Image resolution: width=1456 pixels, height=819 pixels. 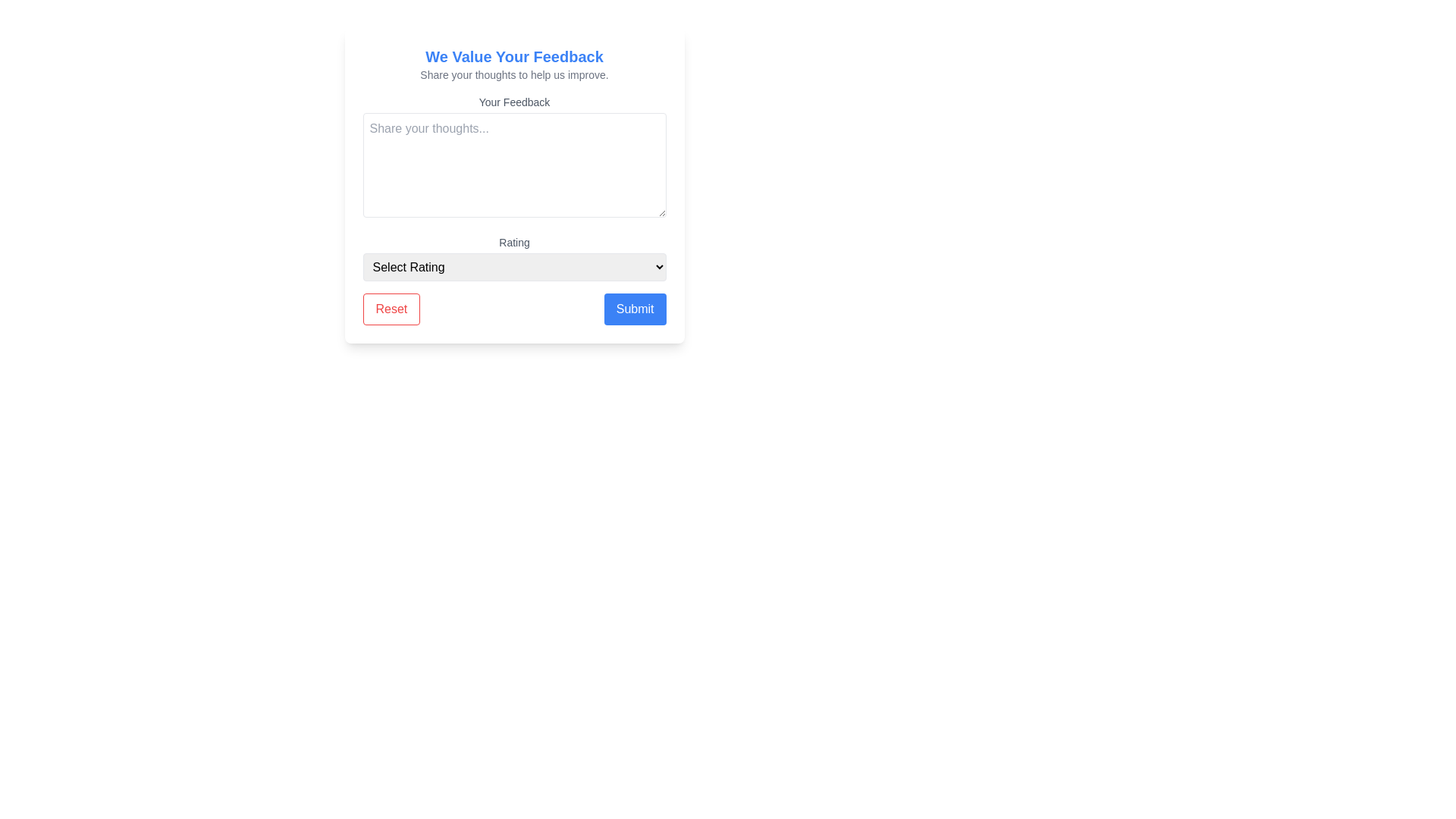 What do you see at coordinates (635, 309) in the screenshot?
I see `the submit button located at the bottom-right corner of the form` at bounding box center [635, 309].